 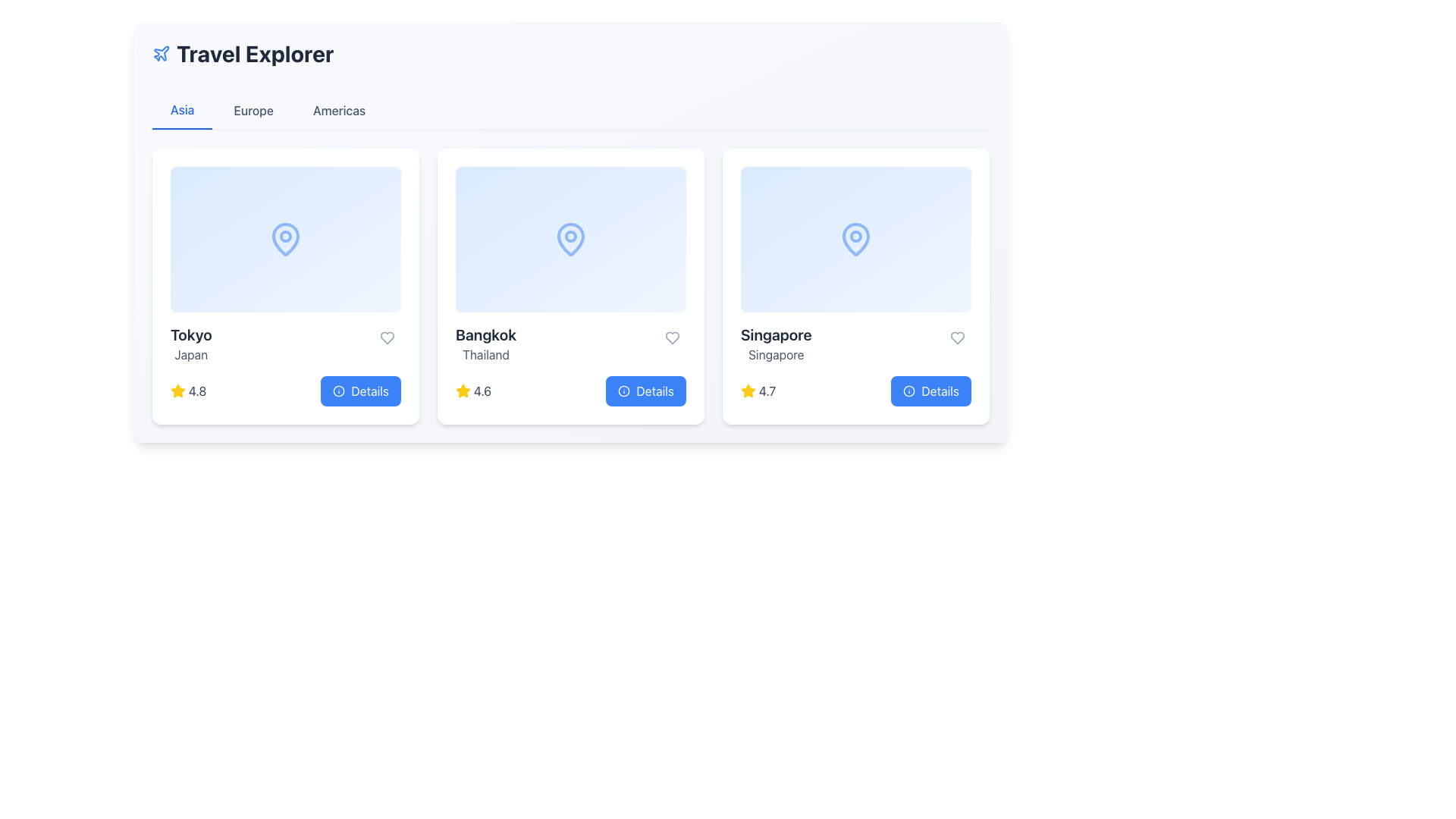 I want to click on the pin icon with a circular top and pointed bottom, styled in light blue and semi-transparent, located at the center of the 'Tokyo, Japan' card in the 'Travel Explorer' interface, so click(x=286, y=239).